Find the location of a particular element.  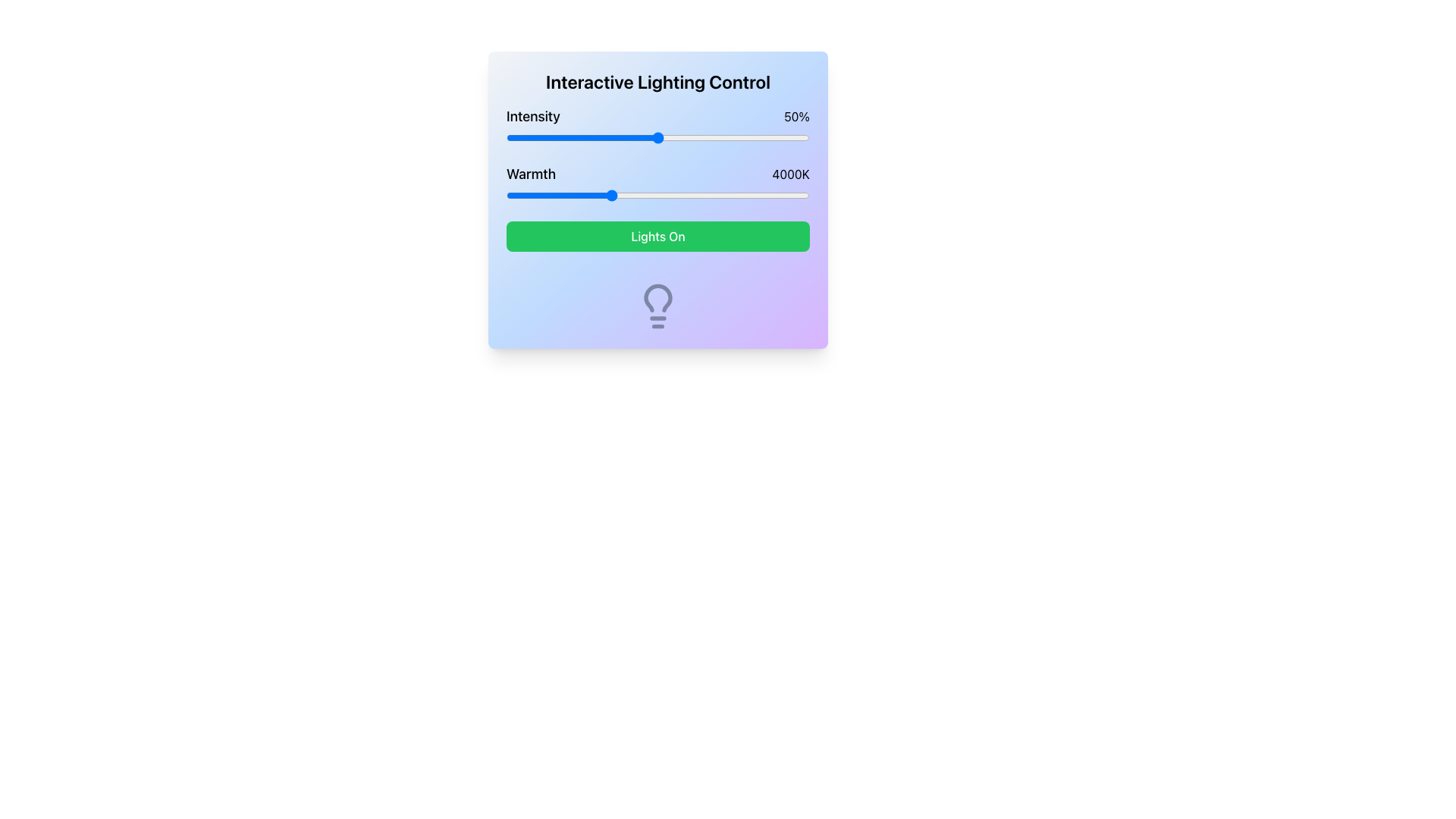

warmth is located at coordinates (778, 195).